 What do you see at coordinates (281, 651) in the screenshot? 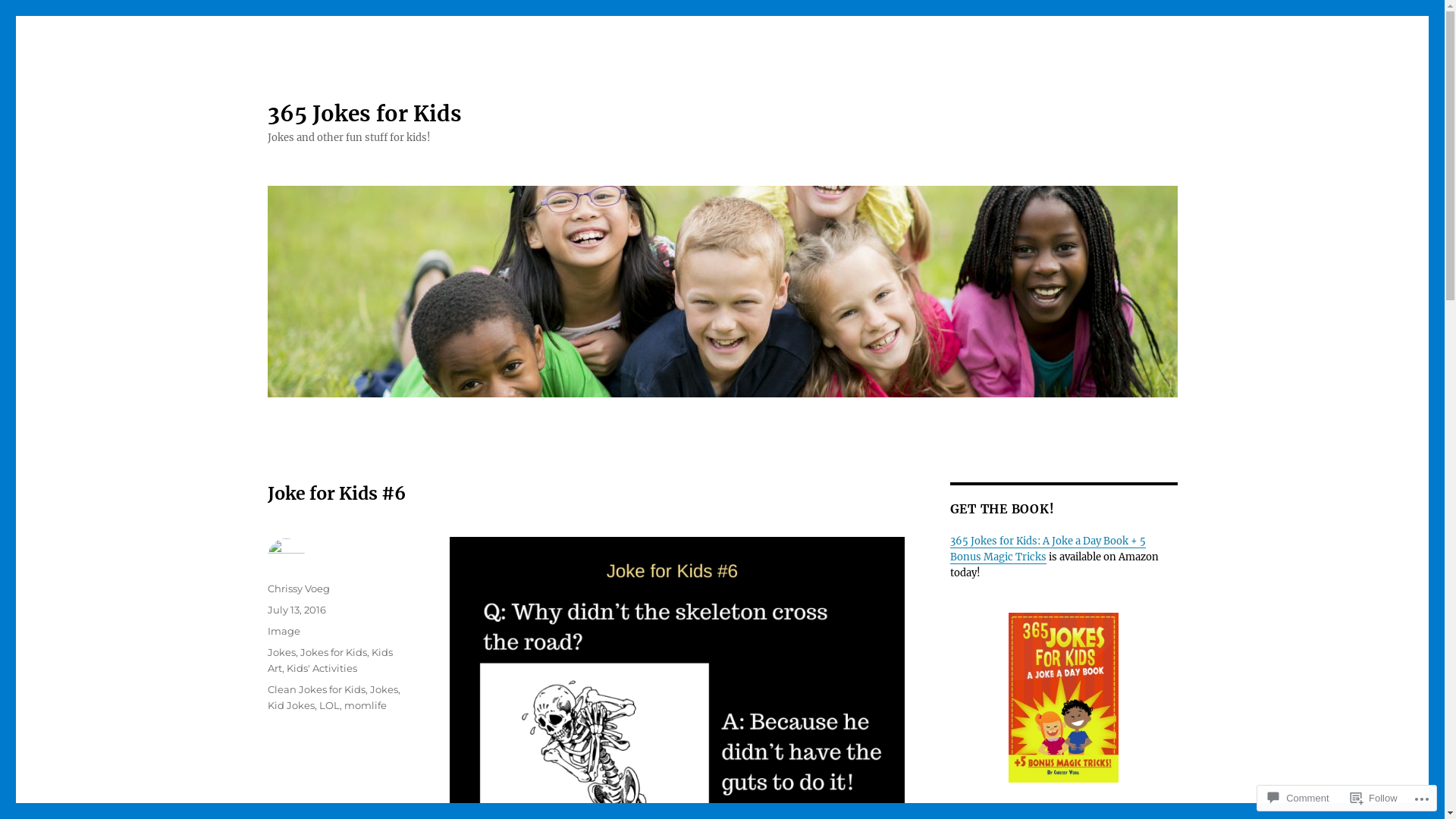
I see `'Jokes'` at bounding box center [281, 651].